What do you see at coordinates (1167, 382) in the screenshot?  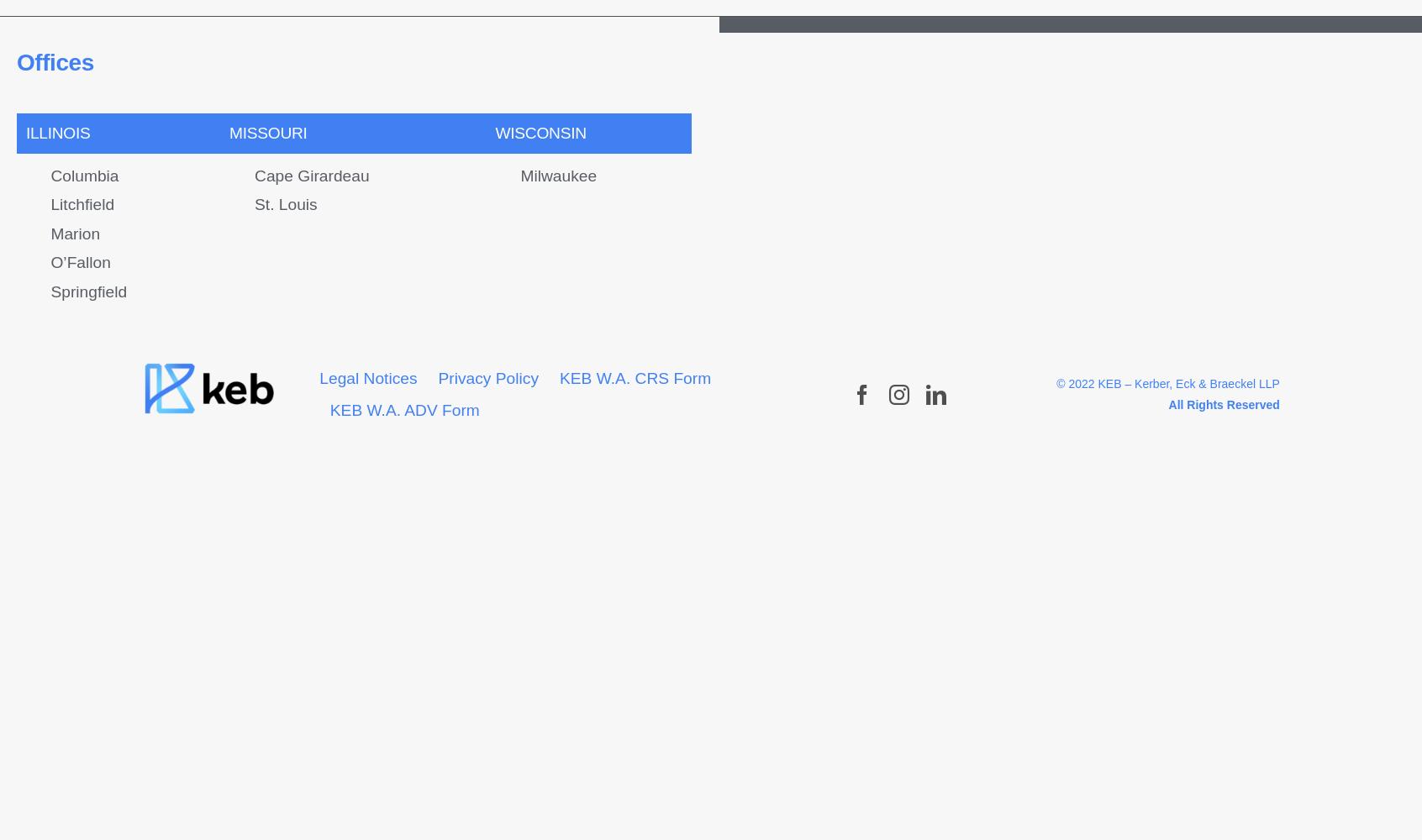 I see `'© 2022 KEB – Kerber, Eck & Braeckel LLP'` at bounding box center [1167, 382].